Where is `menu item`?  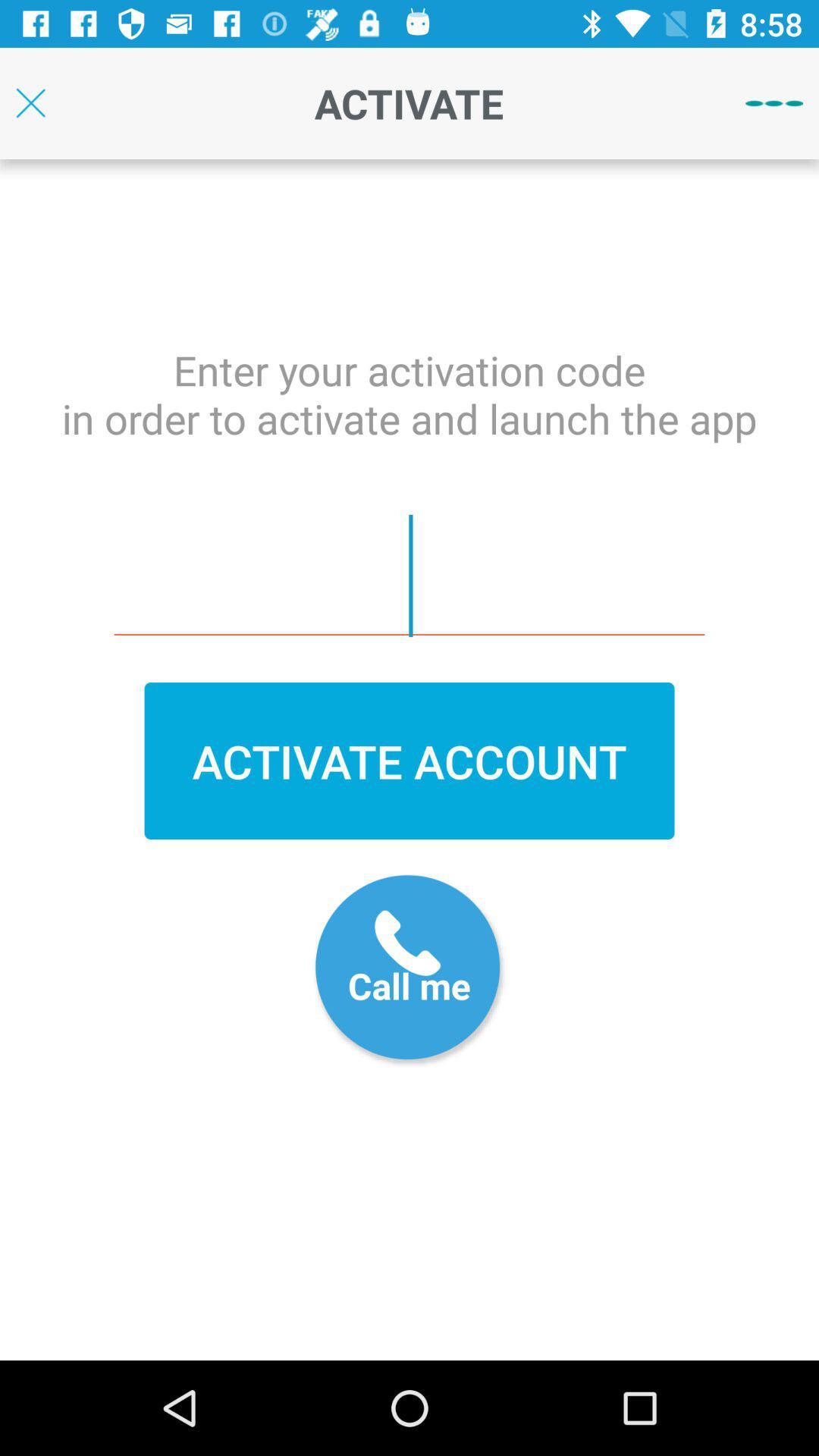
menu item is located at coordinates (774, 102).